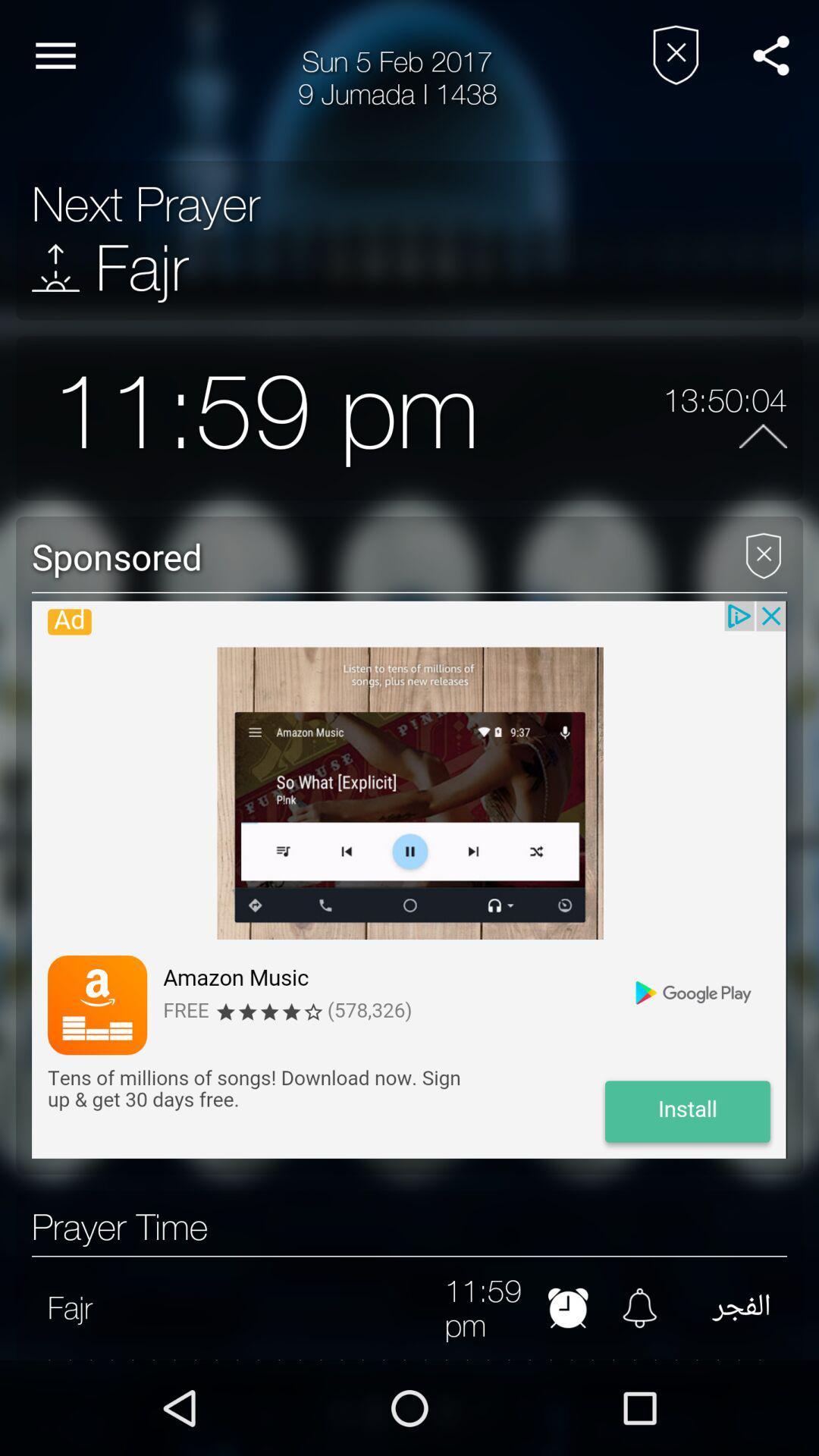 This screenshot has width=819, height=1456. Describe the element at coordinates (568, 1307) in the screenshot. I see `clock timer` at that location.